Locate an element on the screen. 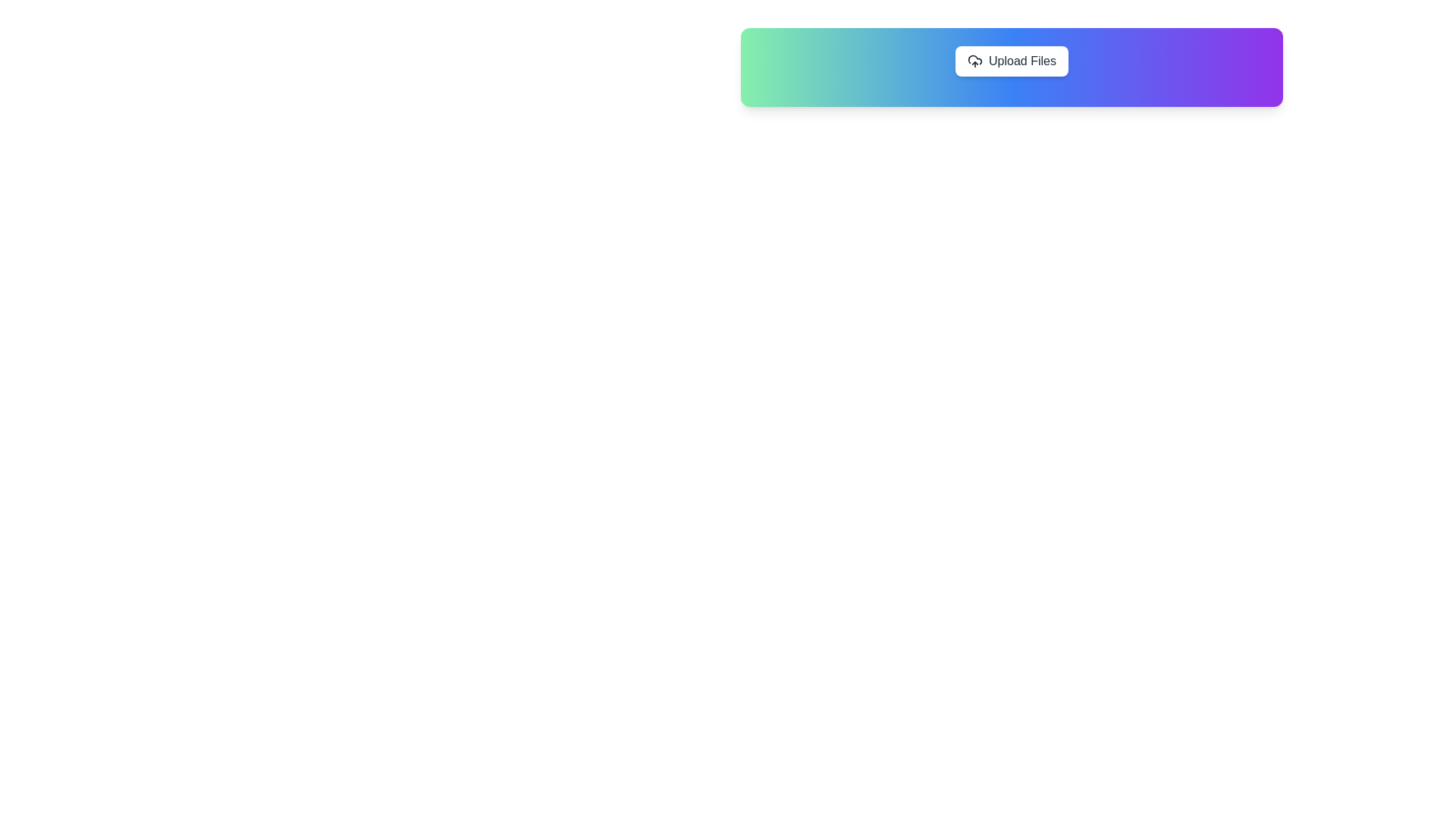  the cloud-shaped upload icon located to the left of the 'Upload Files' button, which has a minimalist design with a black stroke outline is located at coordinates (975, 61).